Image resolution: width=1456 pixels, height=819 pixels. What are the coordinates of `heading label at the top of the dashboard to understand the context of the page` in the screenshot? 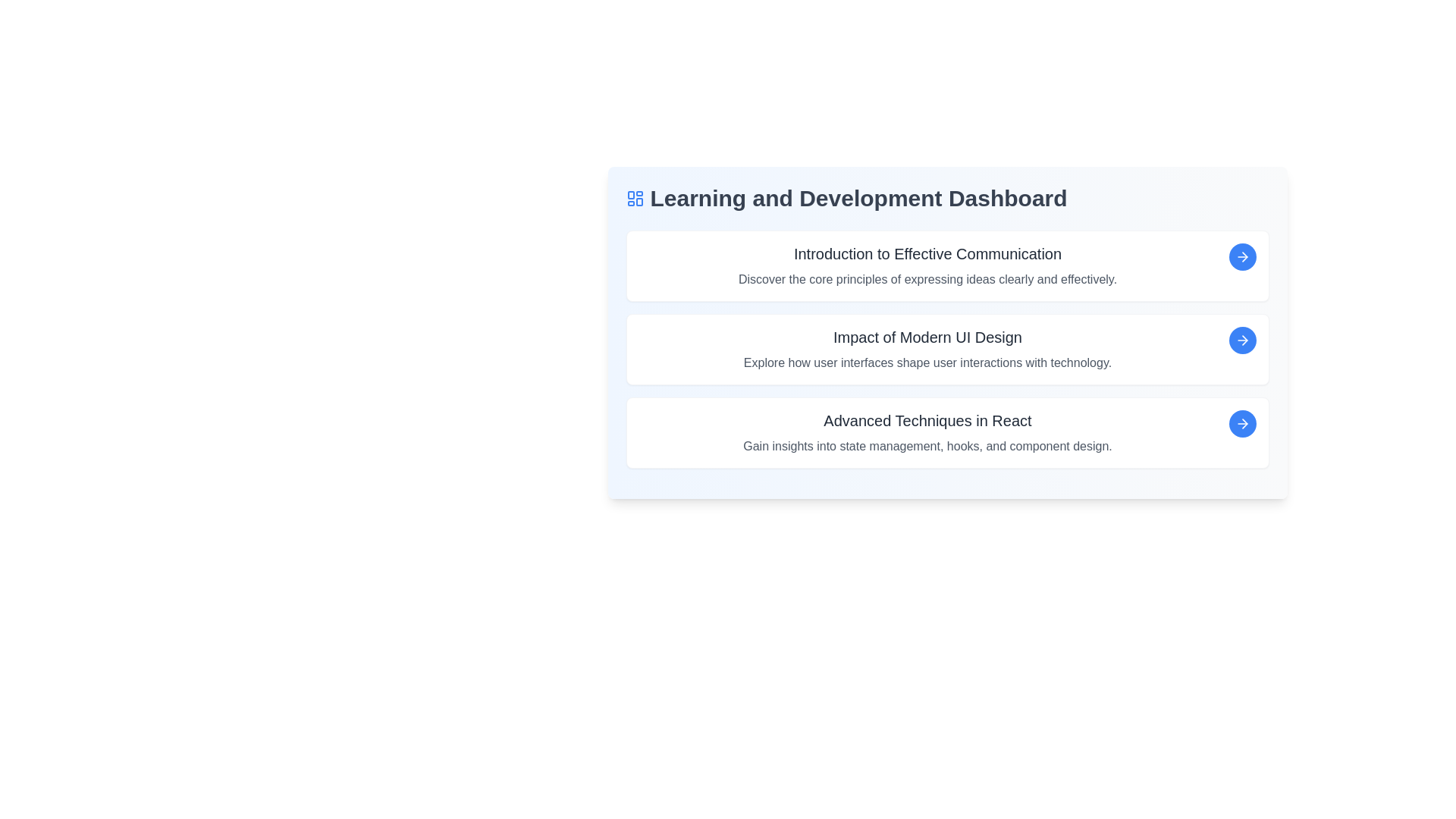 It's located at (946, 198).